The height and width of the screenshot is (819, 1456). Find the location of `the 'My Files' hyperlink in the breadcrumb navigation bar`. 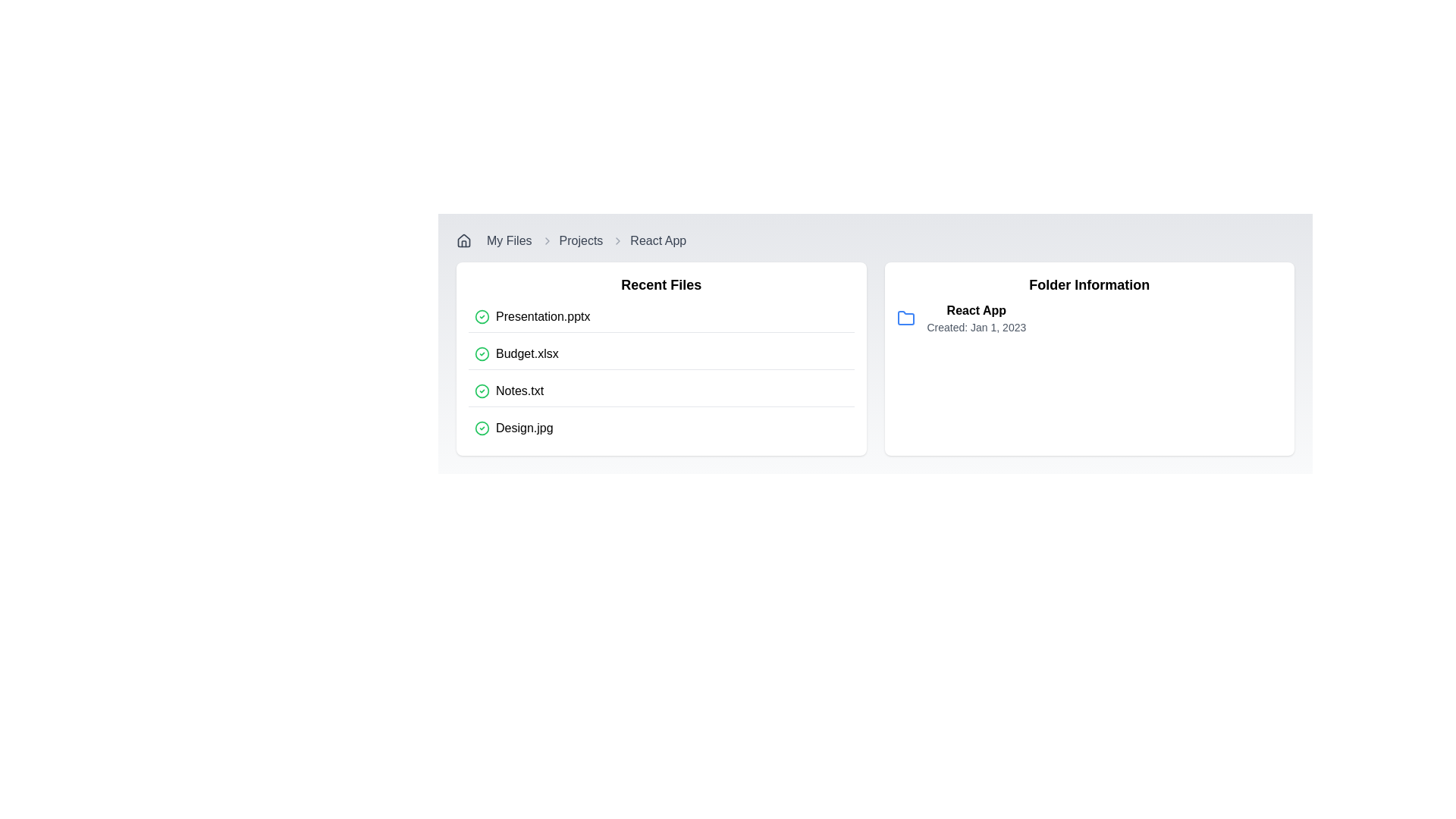

the 'My Files' hyperlink in the breadcrumb navigation bar is located at coordinates (509, 240).